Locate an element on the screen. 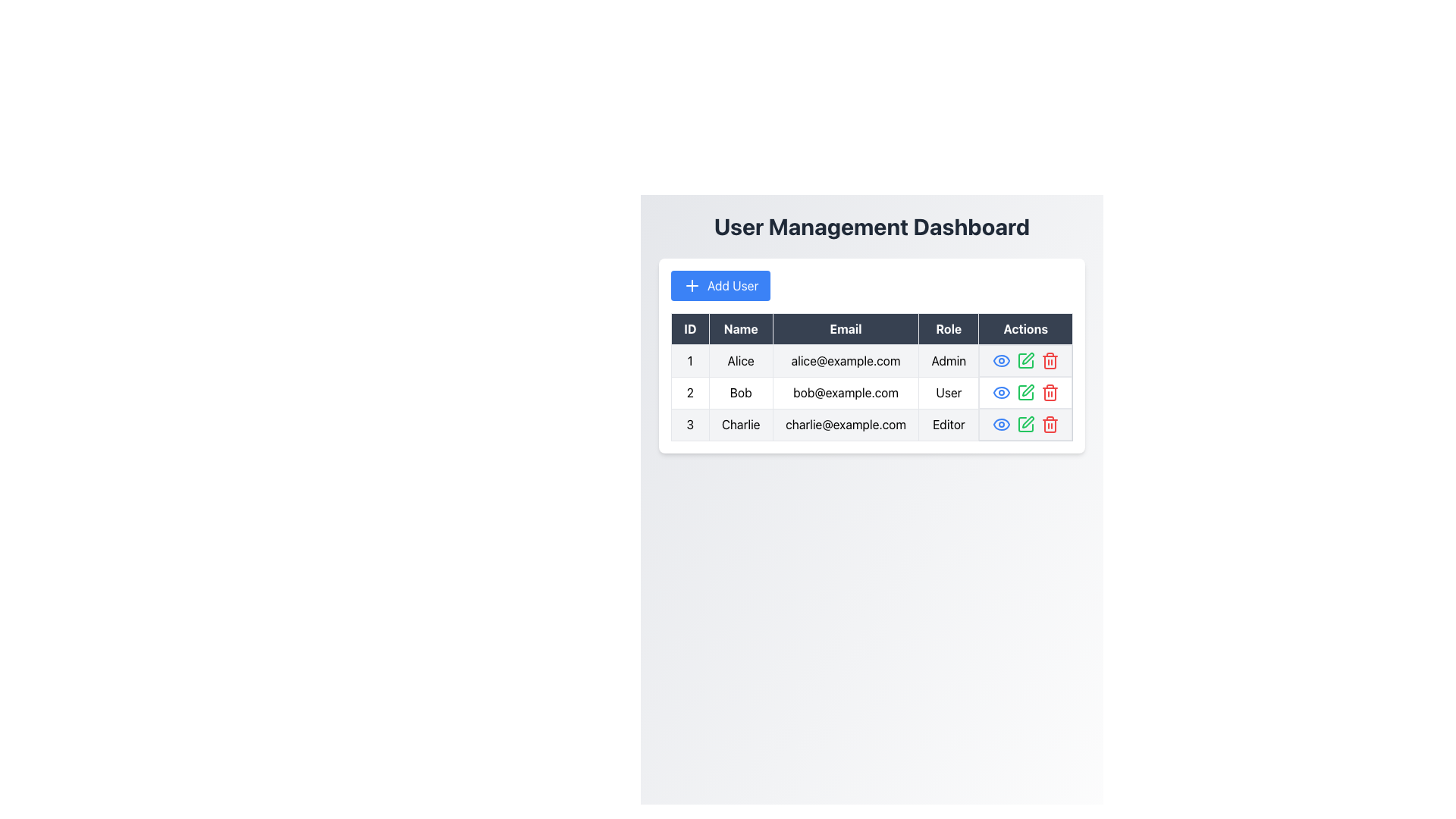 The height and width of the screenshot is (819, 1456). text displayed in the Text Cell element that shows 'Alice' within the User Management Dashboard table is located at coordinates (741, 360).